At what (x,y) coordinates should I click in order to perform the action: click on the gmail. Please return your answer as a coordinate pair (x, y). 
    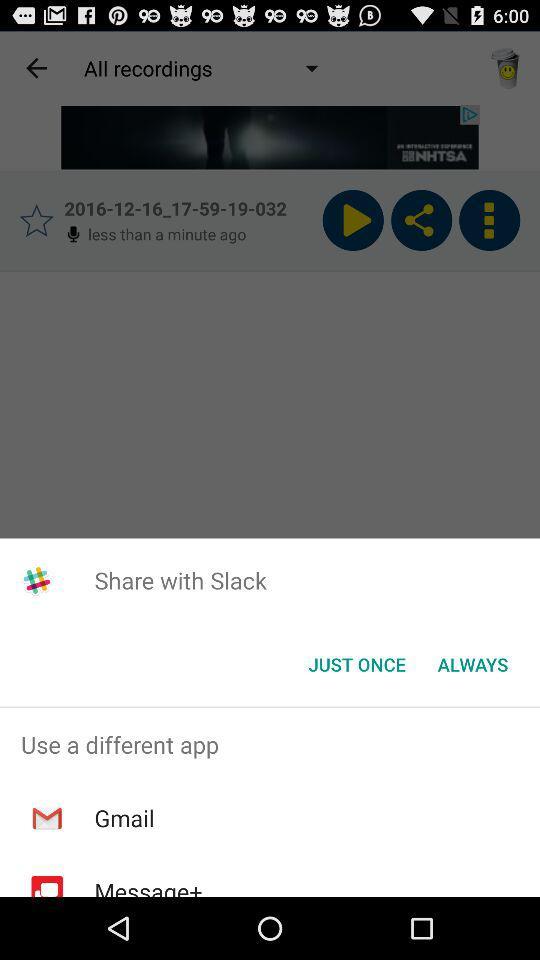
    Looking at the image, I should click on (124, 818).